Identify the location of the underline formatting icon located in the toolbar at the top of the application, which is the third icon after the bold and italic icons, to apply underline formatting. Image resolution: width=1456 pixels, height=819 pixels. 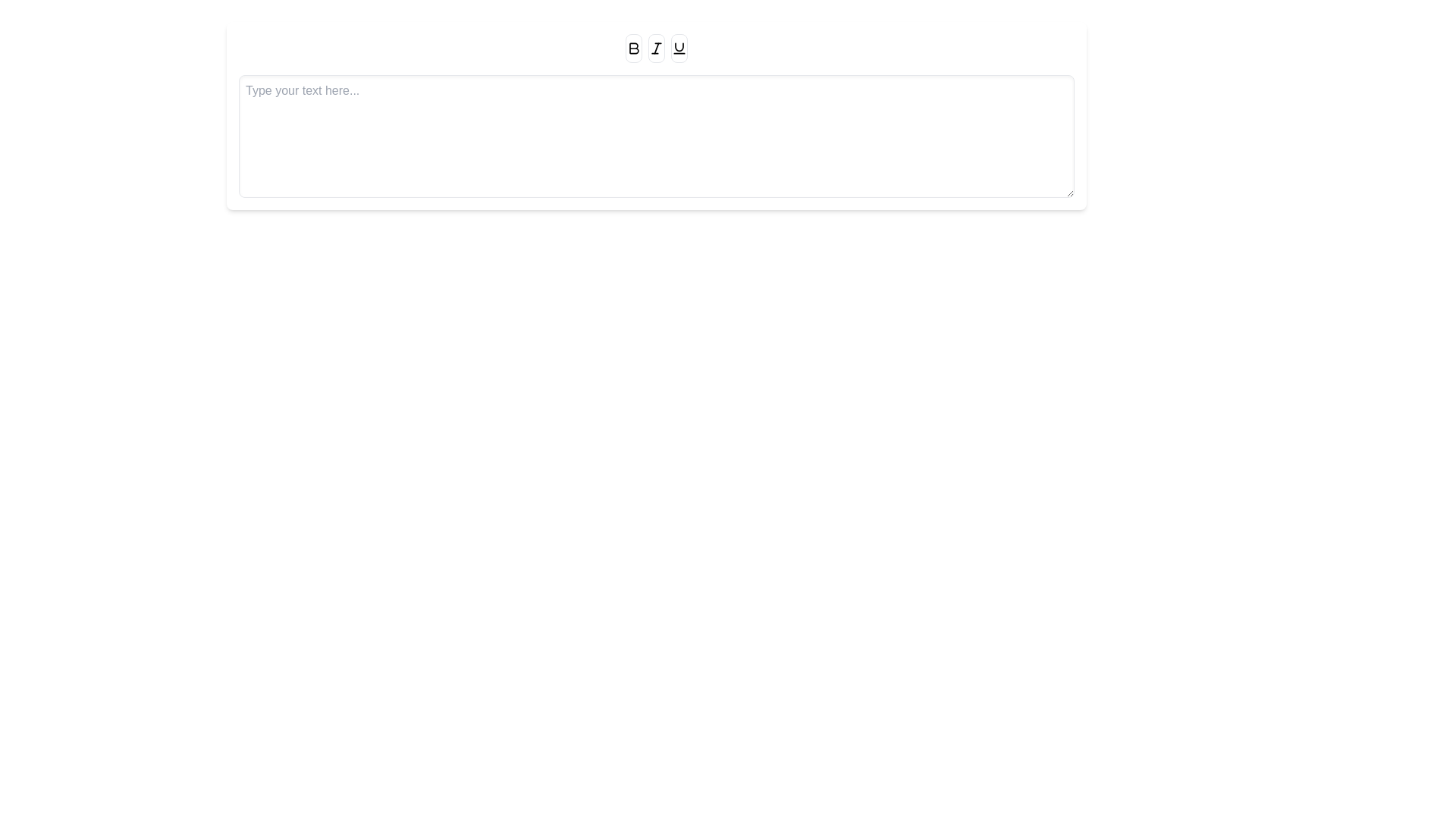
(679, 48).